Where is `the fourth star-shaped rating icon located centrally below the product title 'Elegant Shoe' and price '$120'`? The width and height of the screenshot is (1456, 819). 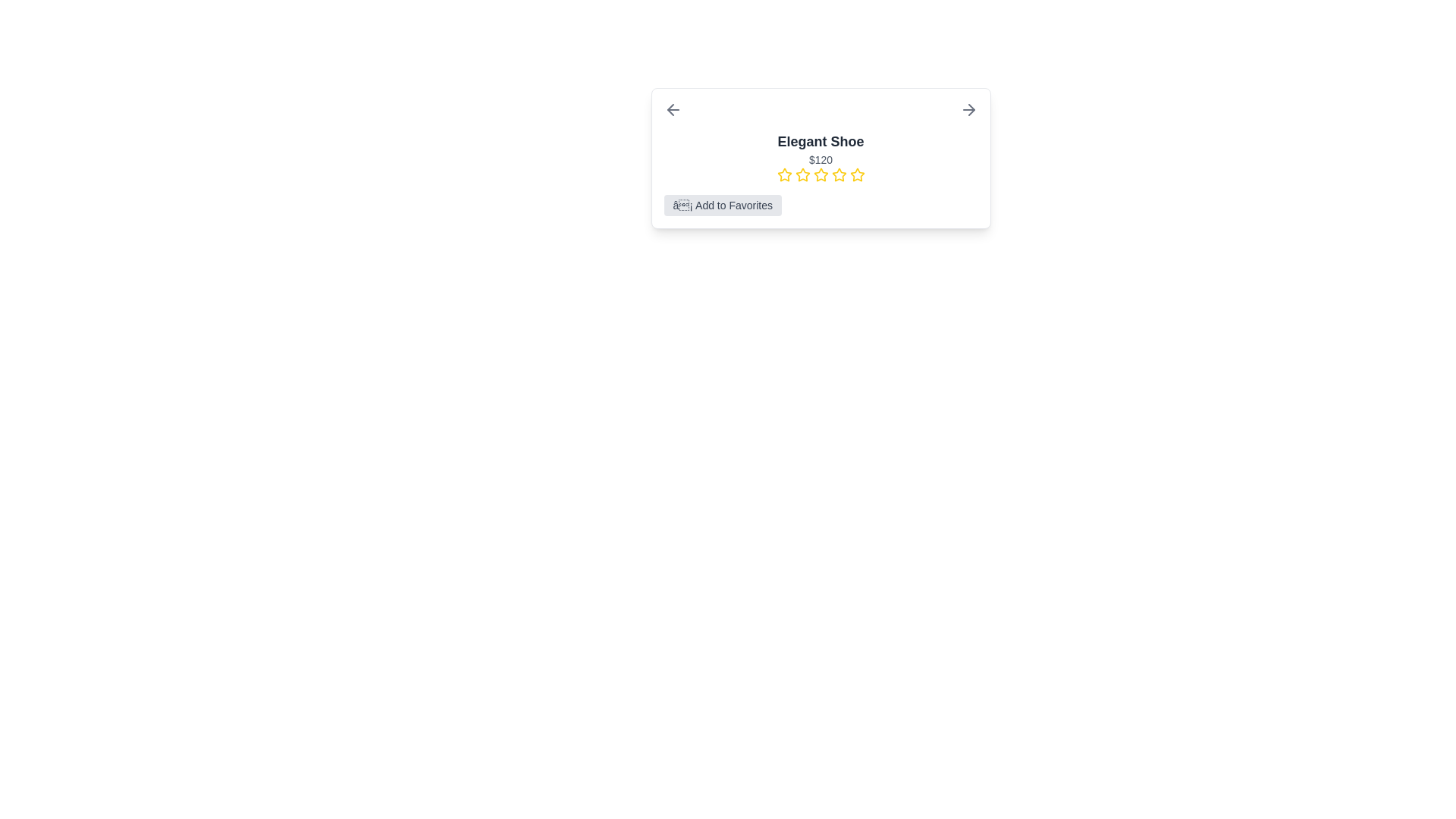
the fourth star-shaped rating icon located centrally below the product title 'Elegant Shoe' and price '$120' is located at coordinates (838, 174).